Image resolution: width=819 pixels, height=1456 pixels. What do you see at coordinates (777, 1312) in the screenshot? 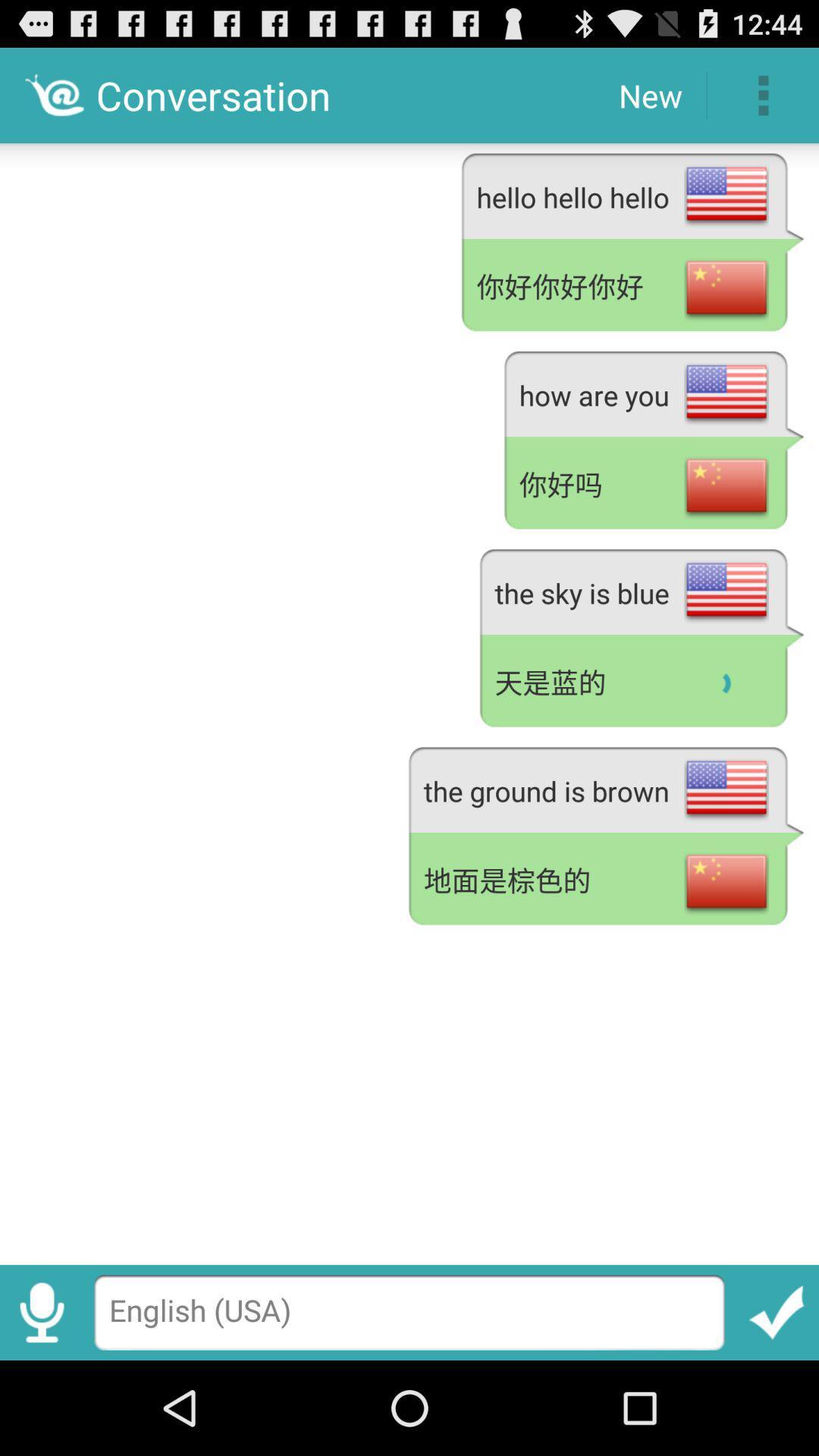
I see `translate text` at bounding box center [777, 1312].